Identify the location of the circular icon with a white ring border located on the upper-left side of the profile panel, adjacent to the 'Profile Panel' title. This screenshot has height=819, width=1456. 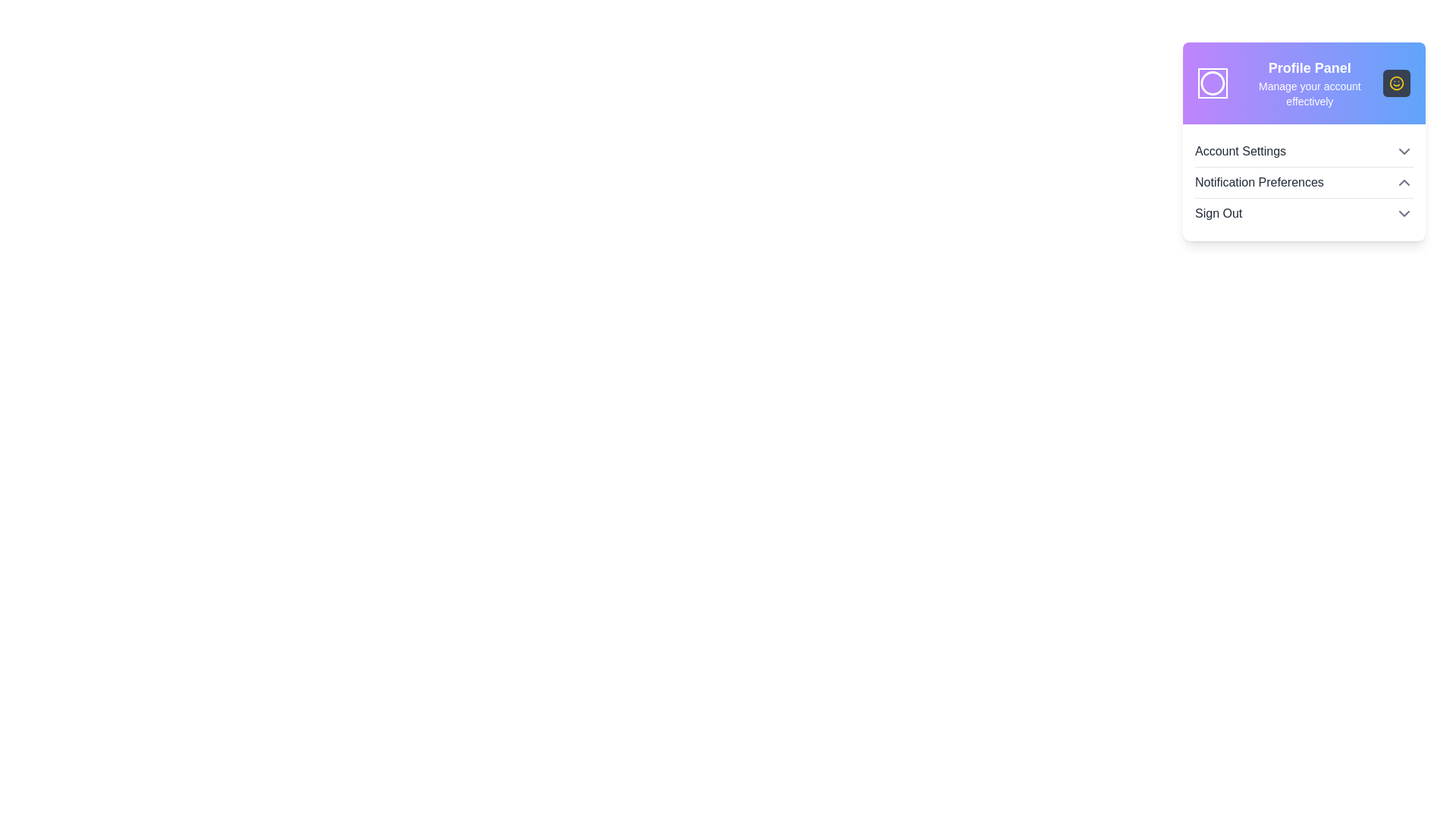
(1212, 83).